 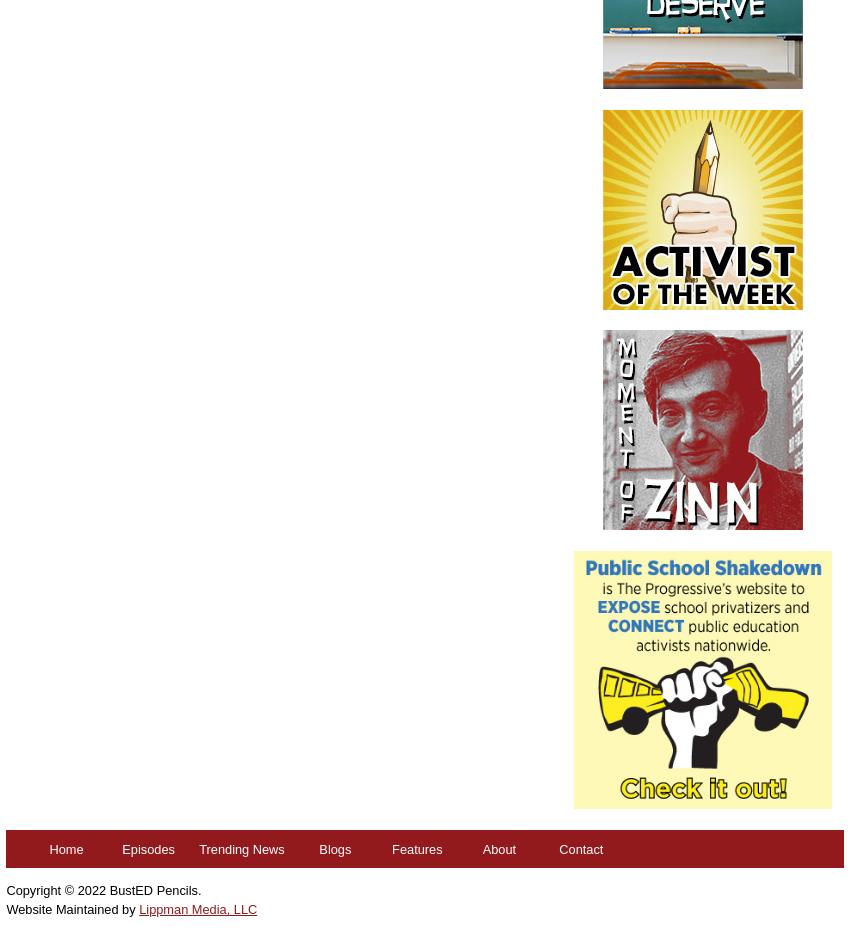 I want to click on 'Copyright © 2022 BustED Pencils.', so click(x=102, y=890).